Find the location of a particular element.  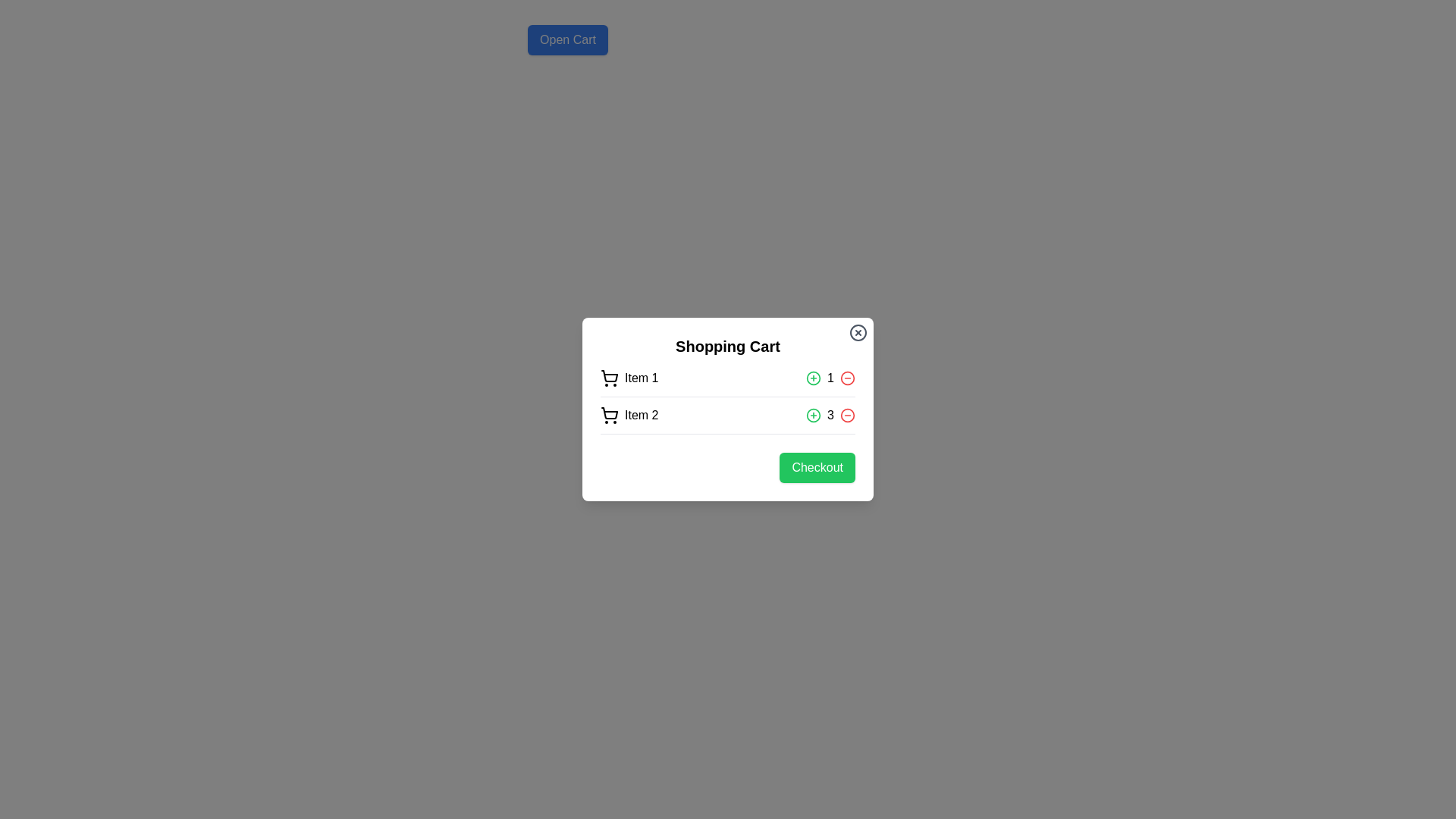

the green 'Checkout' button located in the bottom-right corner of the shopping cart pop-up, which features rounded corners and white text is located at coordinates (817, 467).